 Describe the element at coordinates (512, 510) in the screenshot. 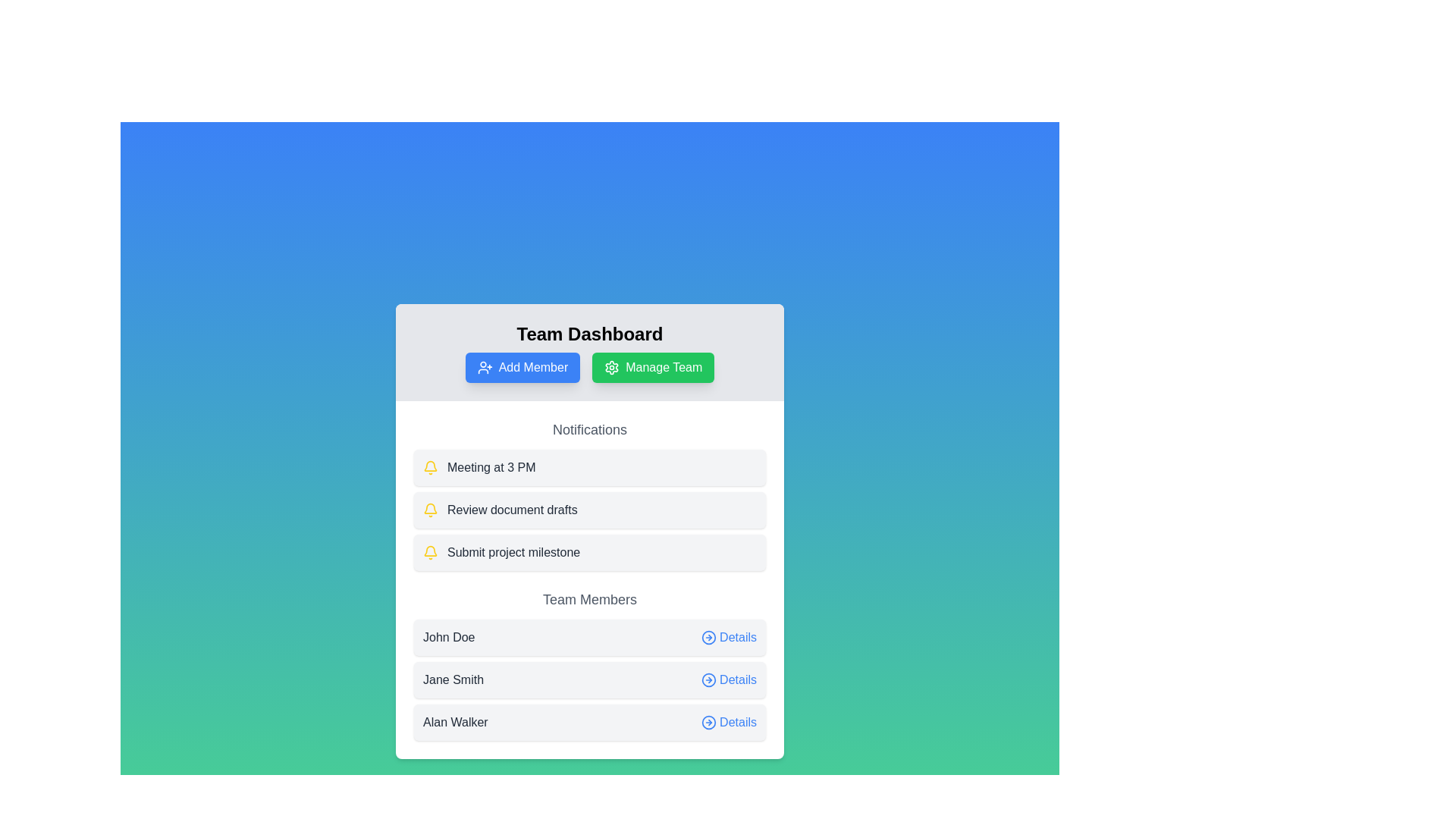

I see `the second notification text element in the notifications list, which informs users about reviewing document drafts, located in the light gray panel on the Team Dashboard` at that location.